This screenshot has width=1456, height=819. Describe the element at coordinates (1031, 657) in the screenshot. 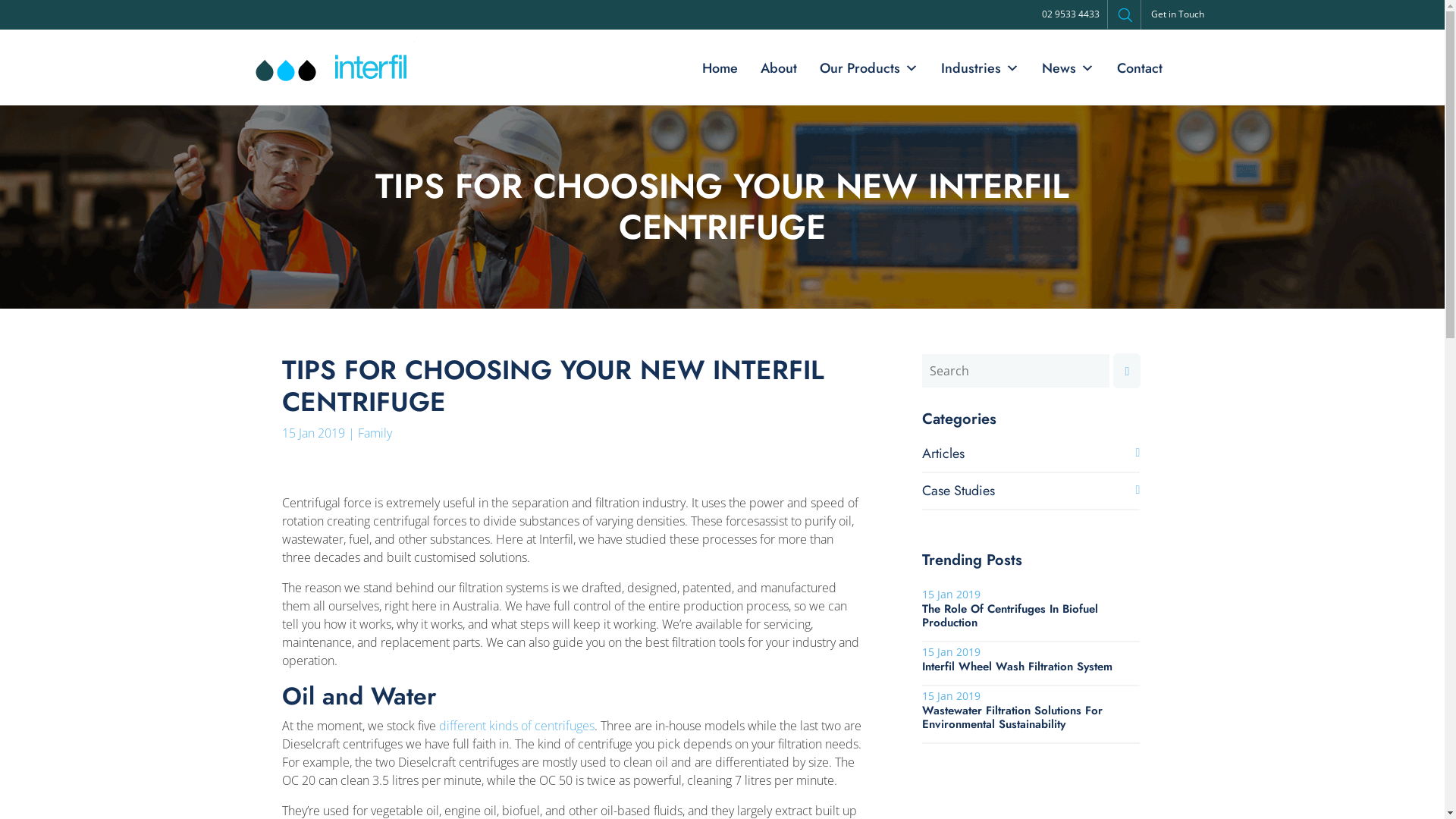

I see `'15 Jan 2019` at that location.